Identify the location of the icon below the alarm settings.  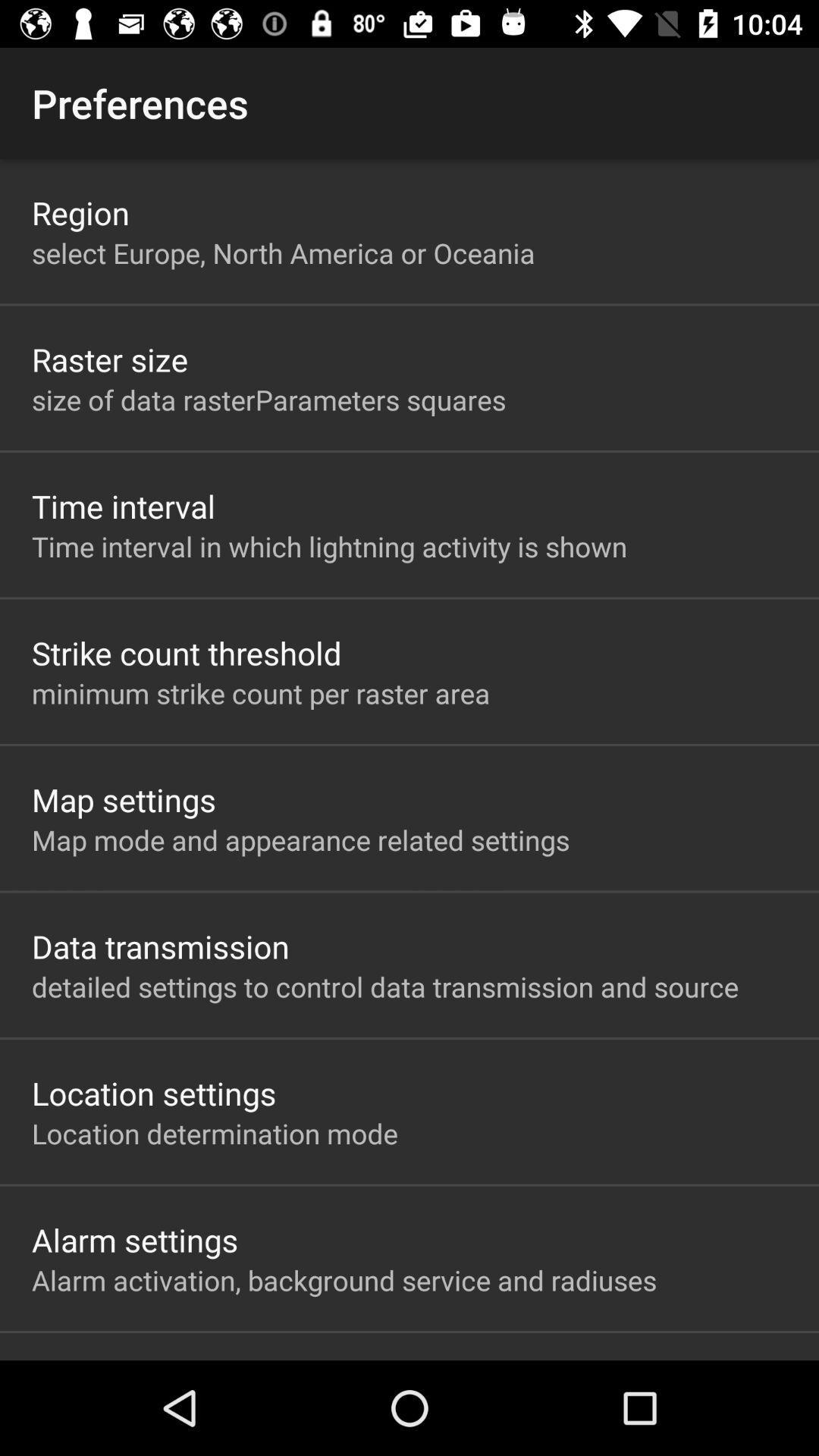
(344, 1279).